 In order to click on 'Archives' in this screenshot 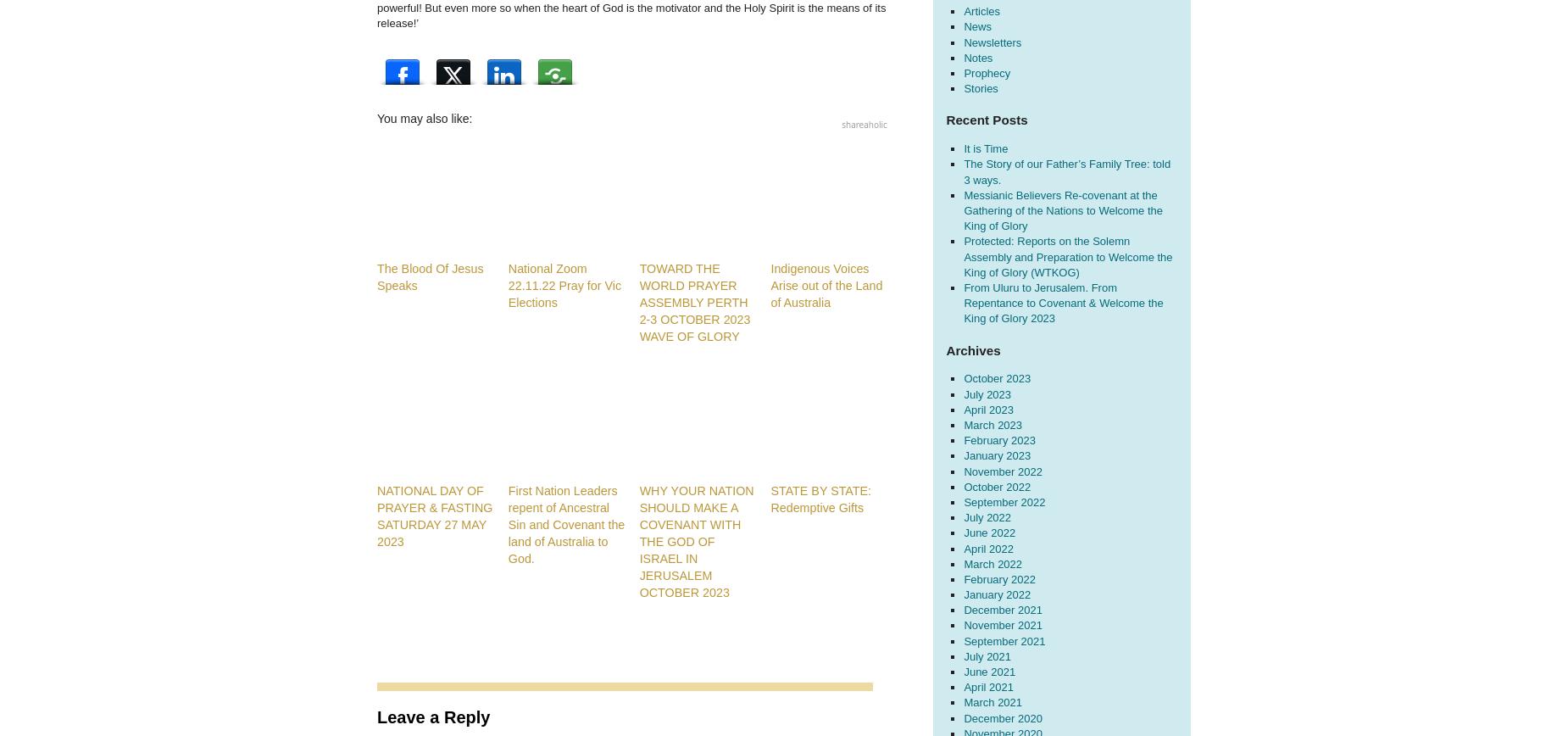, I will do `click(971, 349)`.